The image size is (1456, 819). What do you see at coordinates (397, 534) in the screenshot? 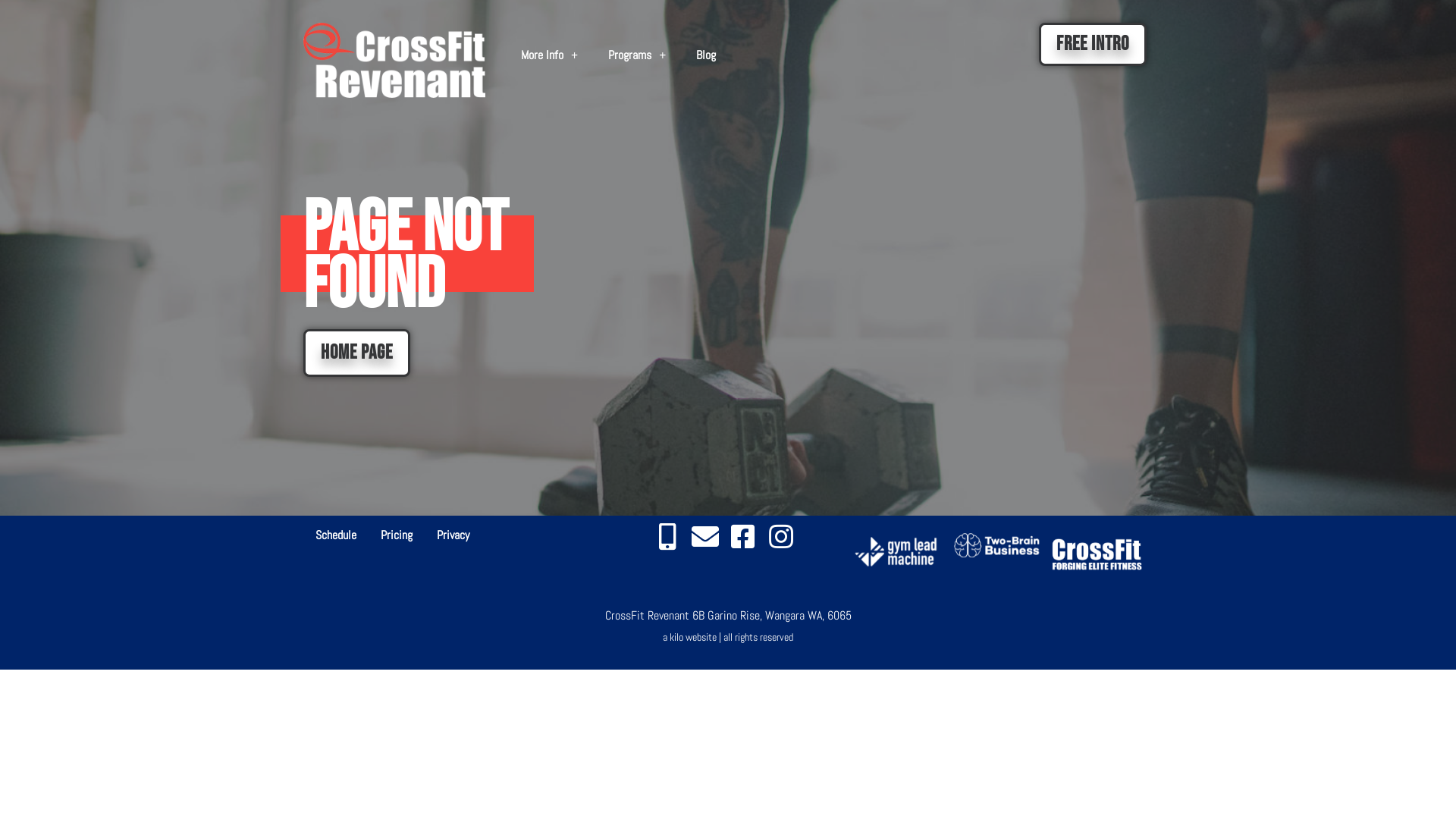
I see `'Pricing'` at bounding box center [397, 534].